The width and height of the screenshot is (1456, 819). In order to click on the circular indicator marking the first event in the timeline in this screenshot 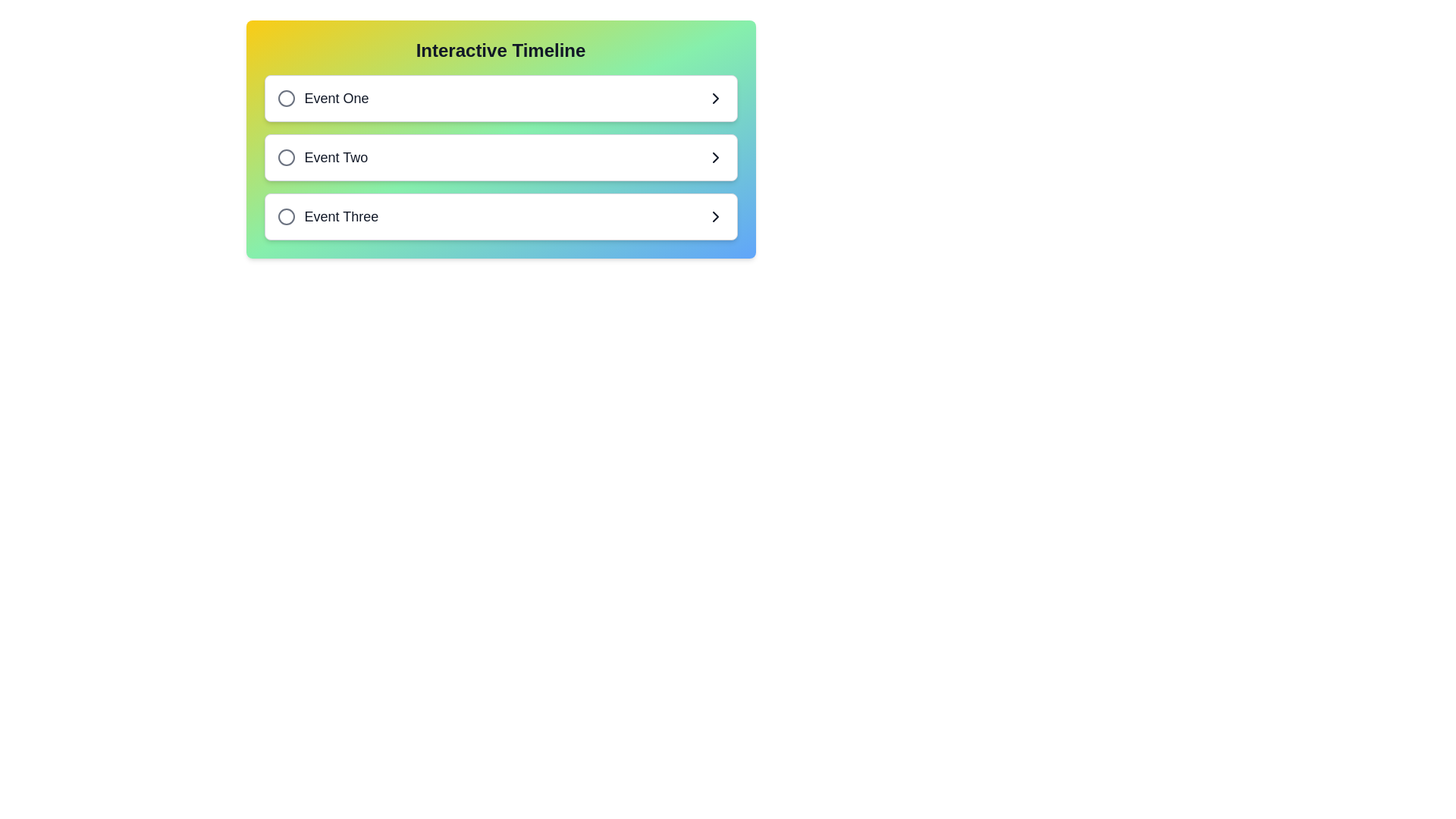, I will do `click(286, 99)`.